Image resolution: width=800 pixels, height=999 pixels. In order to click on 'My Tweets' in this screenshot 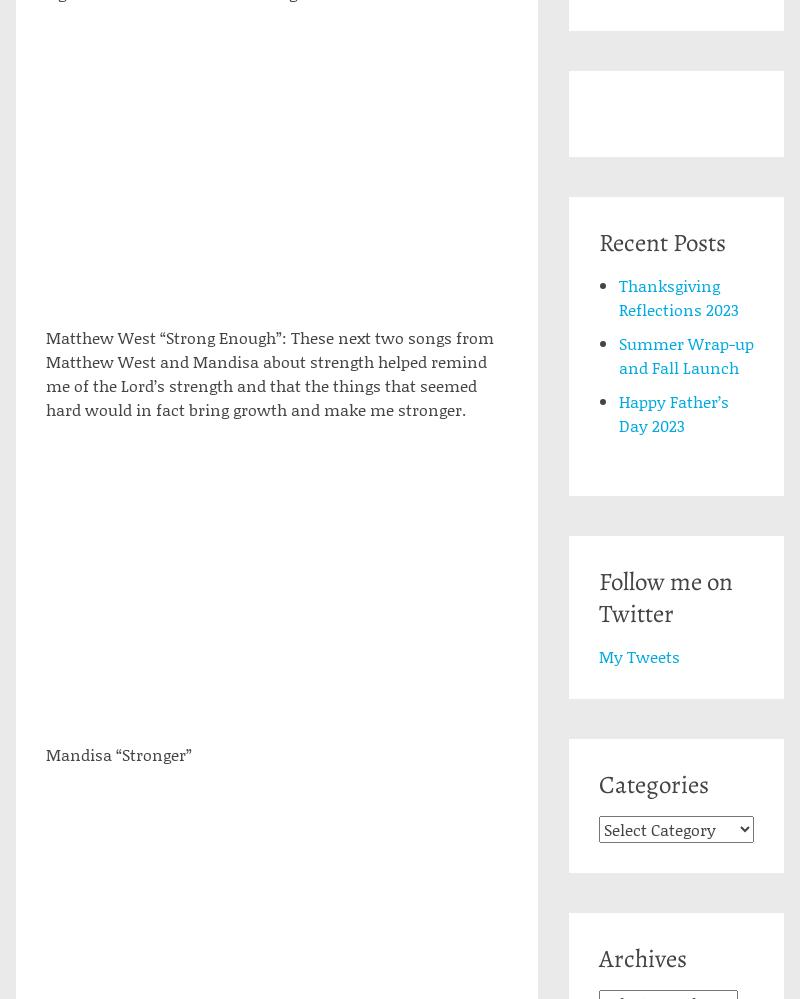, I will do `click(637, 655)`.